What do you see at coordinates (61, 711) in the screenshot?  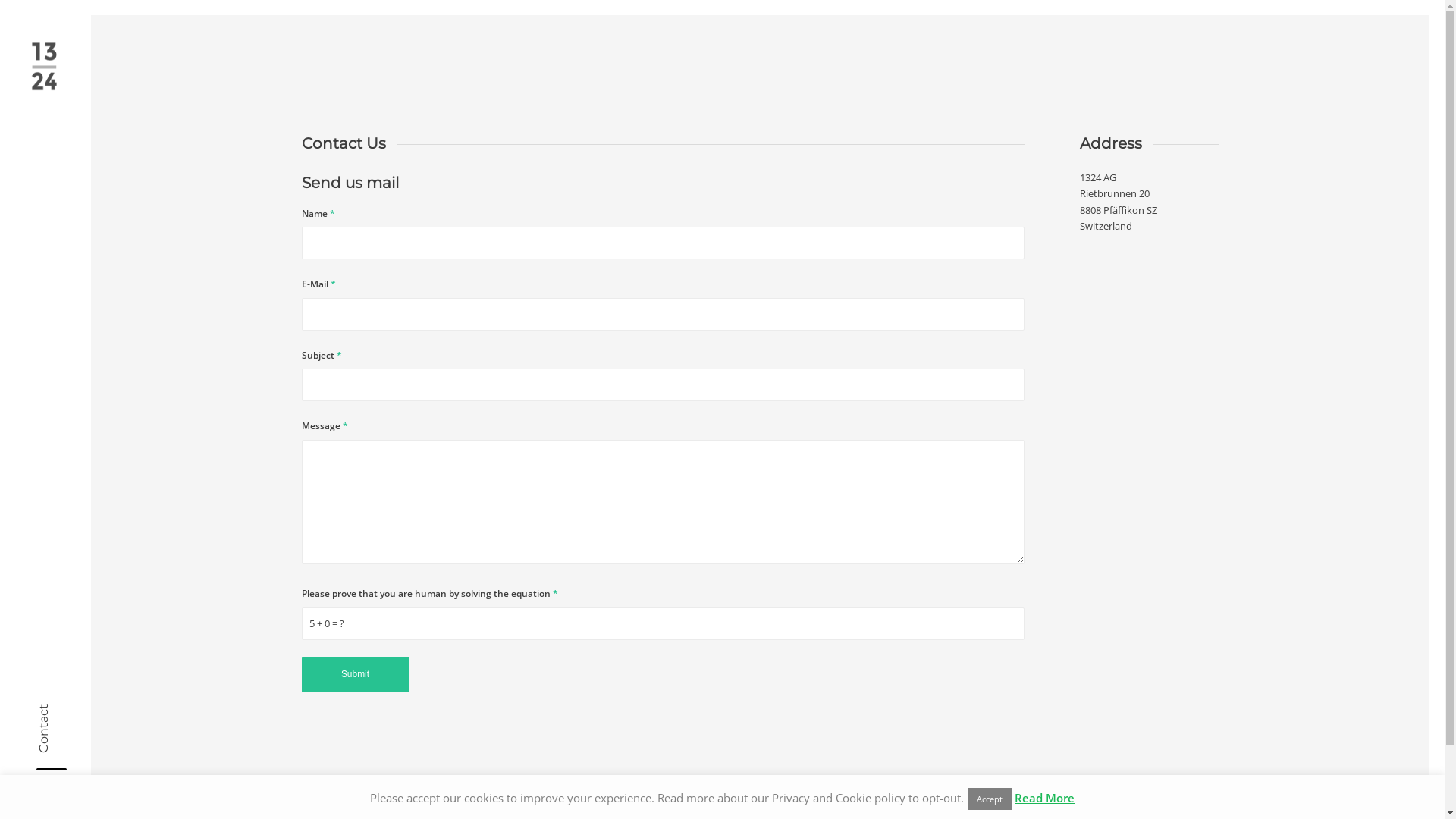 I see `'Contact'` at bounding box center [61, 711].